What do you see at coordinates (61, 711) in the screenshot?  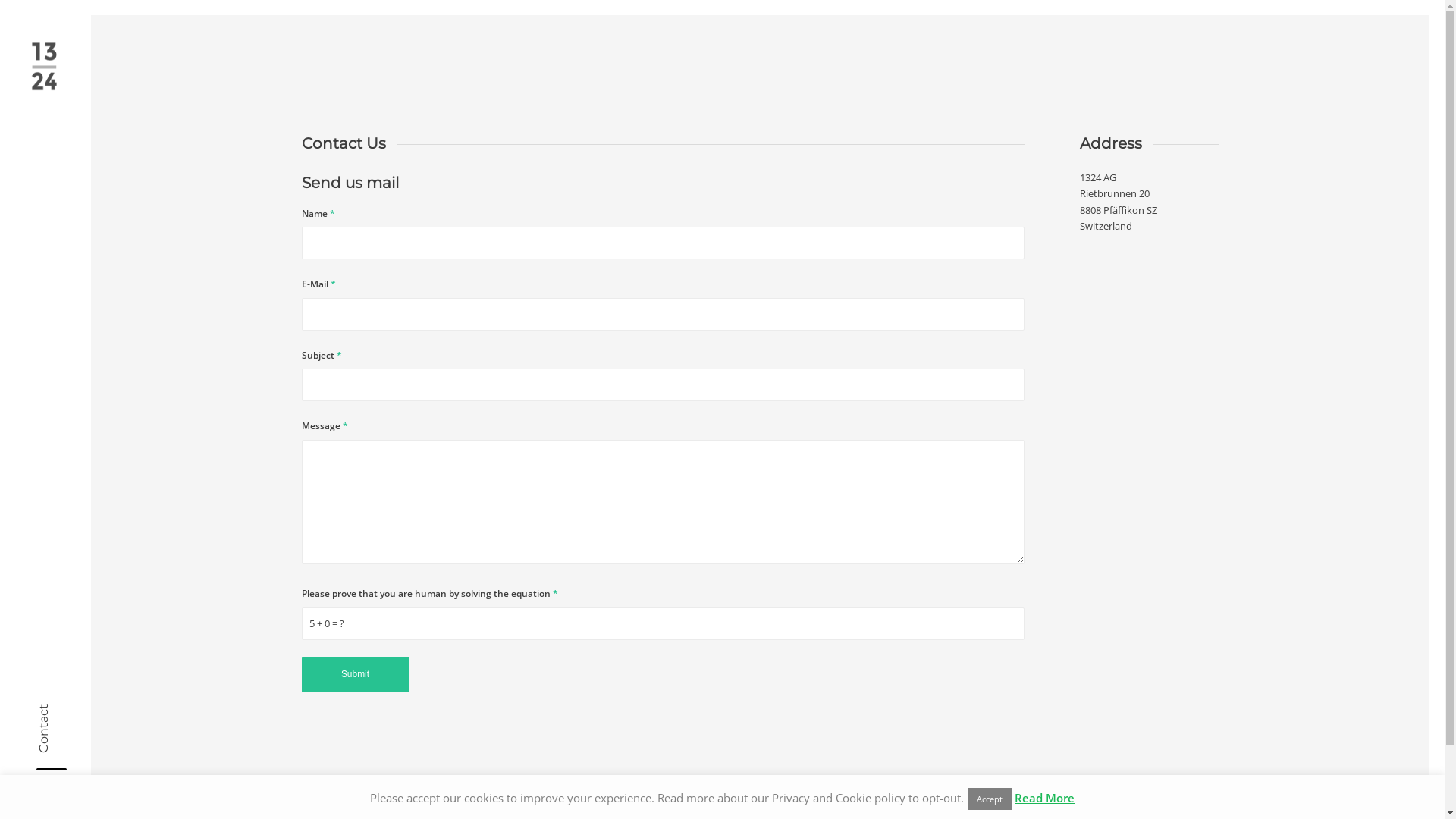 I see `'Contact'` at bounding box center [61, 711].